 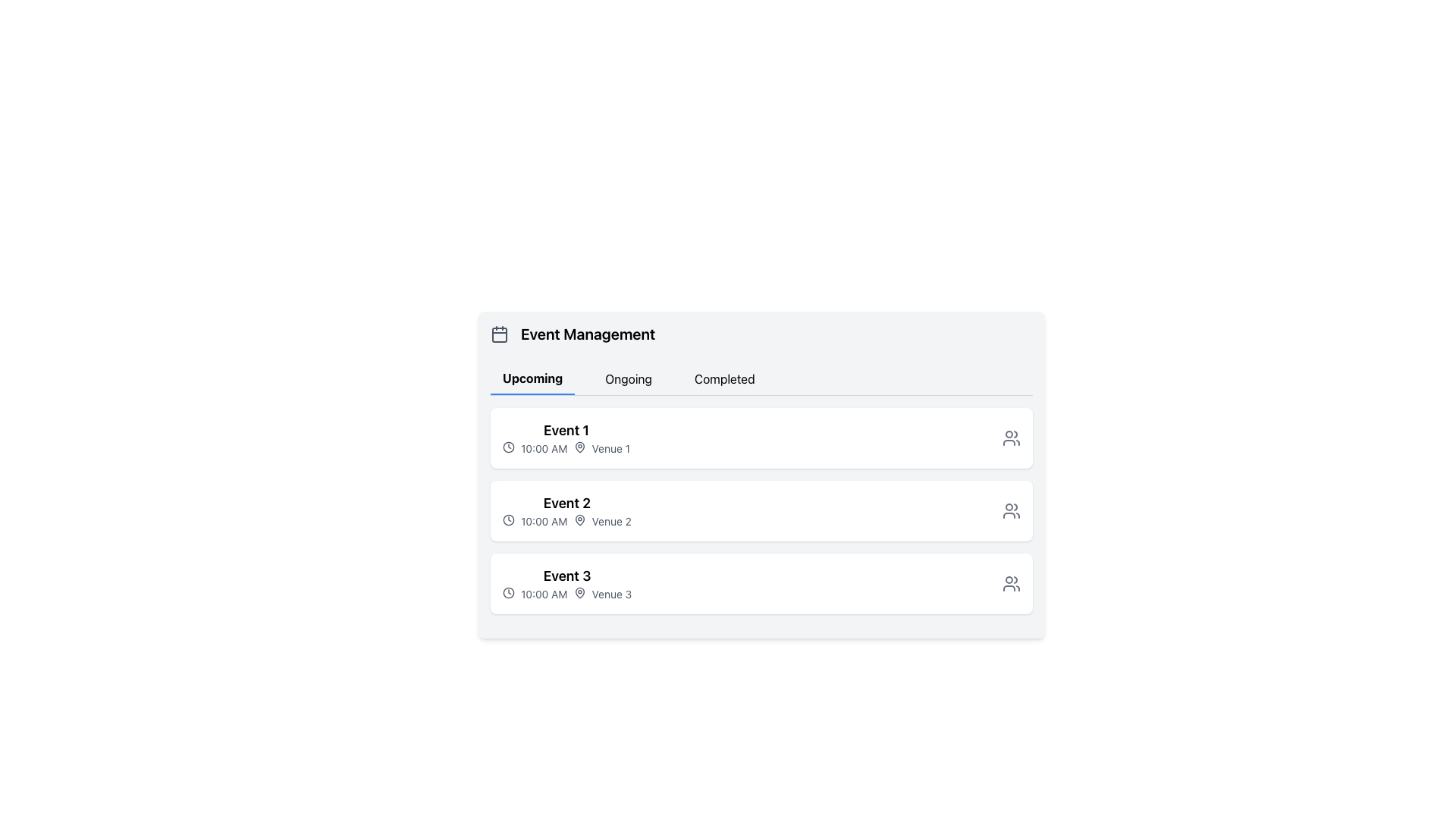 What do you see at coordinates (579, 447) in the screenshot?
I see `the map pin icon located to the right of the time icon in the first event row within the 'Upcoming' section of the Event Management interface` at bounding box center [579, 447].